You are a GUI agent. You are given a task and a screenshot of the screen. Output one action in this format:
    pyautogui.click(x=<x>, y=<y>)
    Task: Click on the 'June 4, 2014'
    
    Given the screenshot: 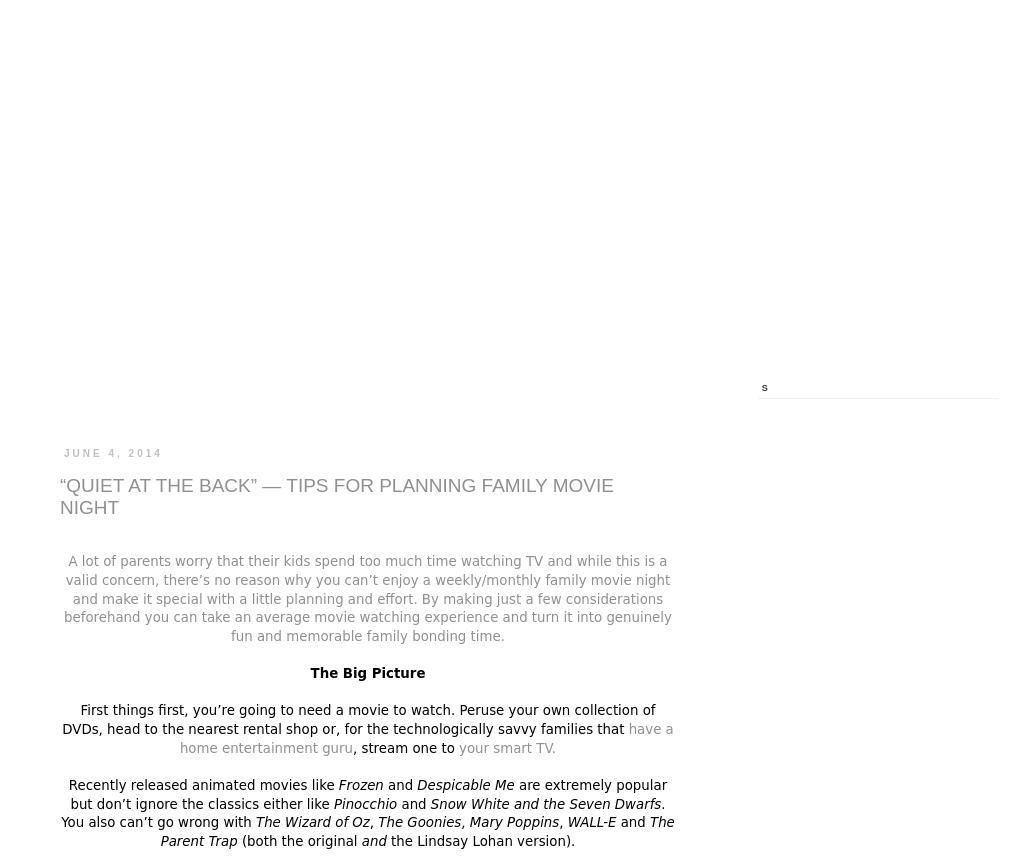 What is the action you would take?
    pyautogui.click(x=111, y=452)
    